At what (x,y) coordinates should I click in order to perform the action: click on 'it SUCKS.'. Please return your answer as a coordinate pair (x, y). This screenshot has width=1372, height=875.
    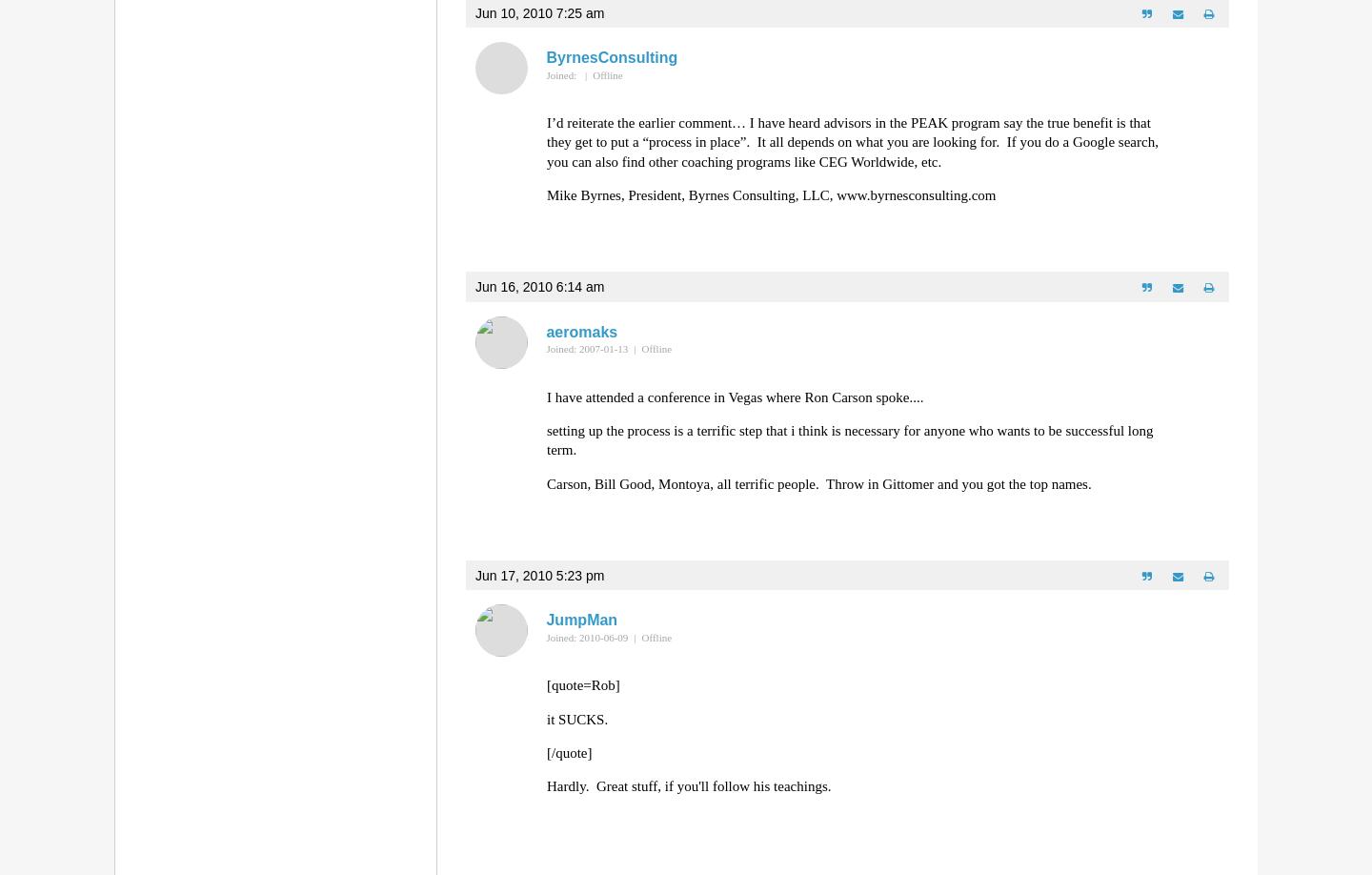
    Looking at the image, I should click on (546, 718).